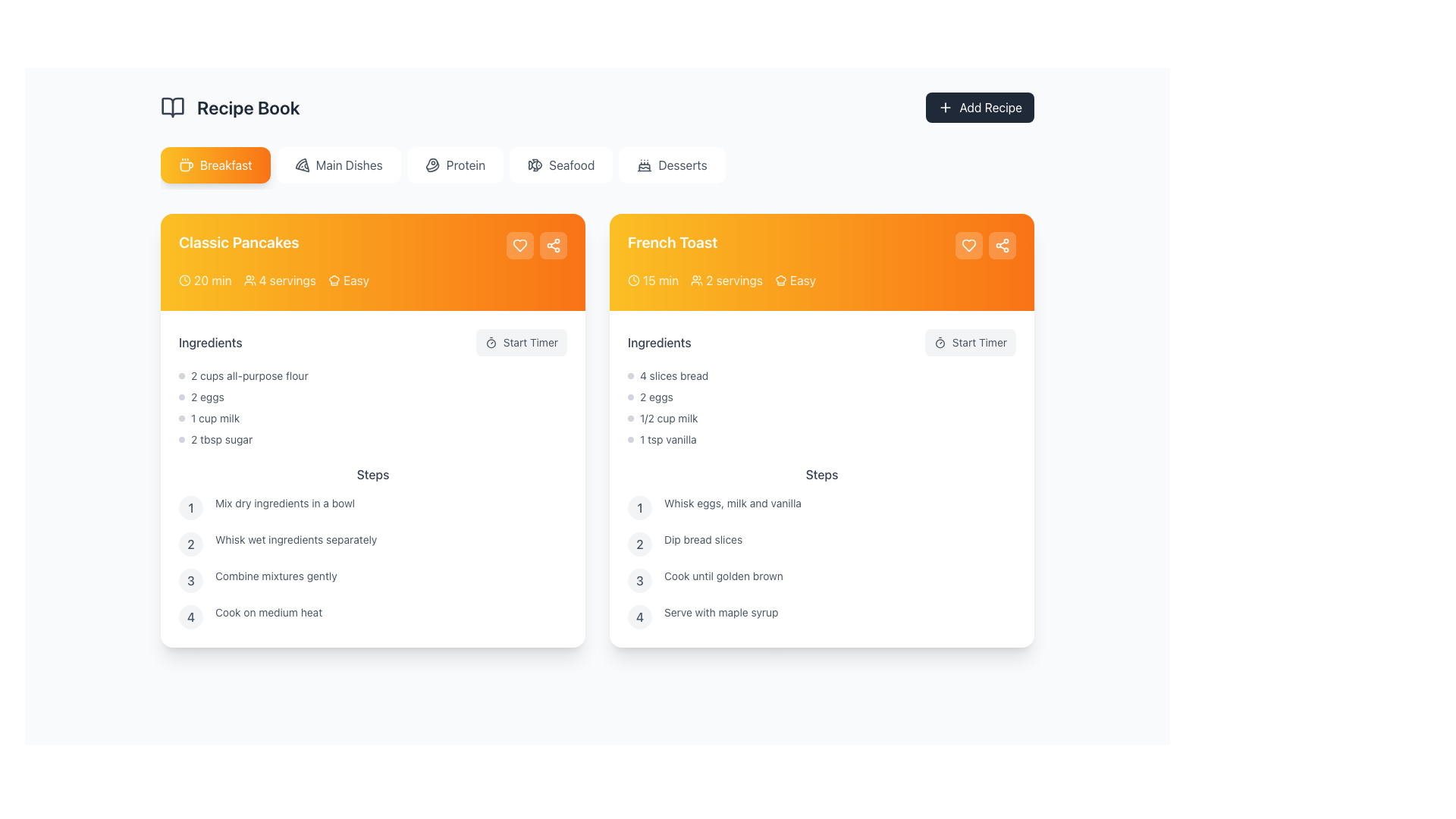 Image resolution: width=1456 pixels, height=819 pixels. I want to click on the 'Start Timer' label text within the button in the 'French Toast' recipe card, which is styled with a gray font and smaller size, so click(979, 342).